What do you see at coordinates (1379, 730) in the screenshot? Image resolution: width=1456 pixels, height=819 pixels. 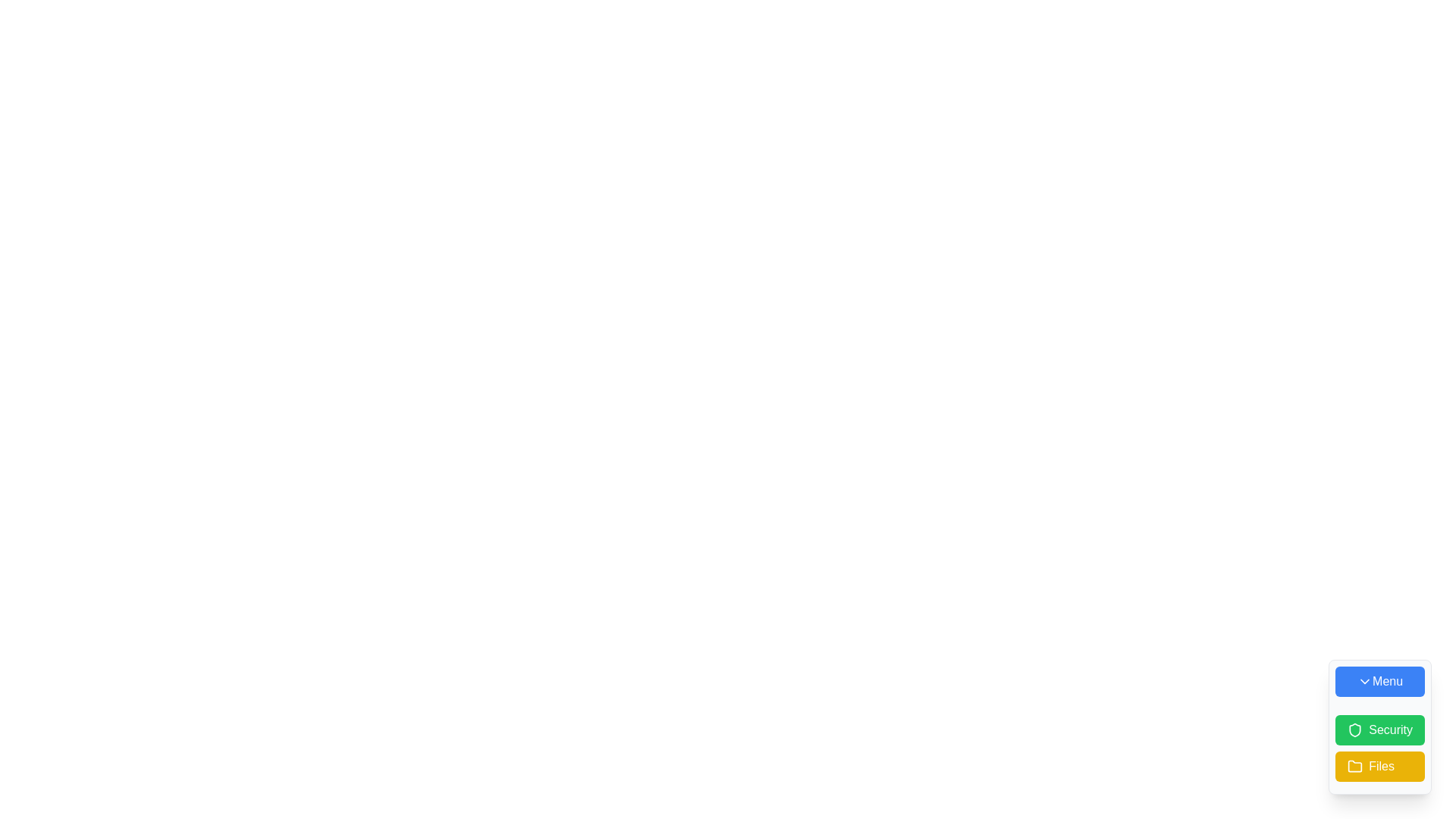 I see `the second button in a vertical stack of three buttons, located below the blue button labeled 'Menu' and above the yellow button labeled 'Files'` at bounding box center [1379, 730].